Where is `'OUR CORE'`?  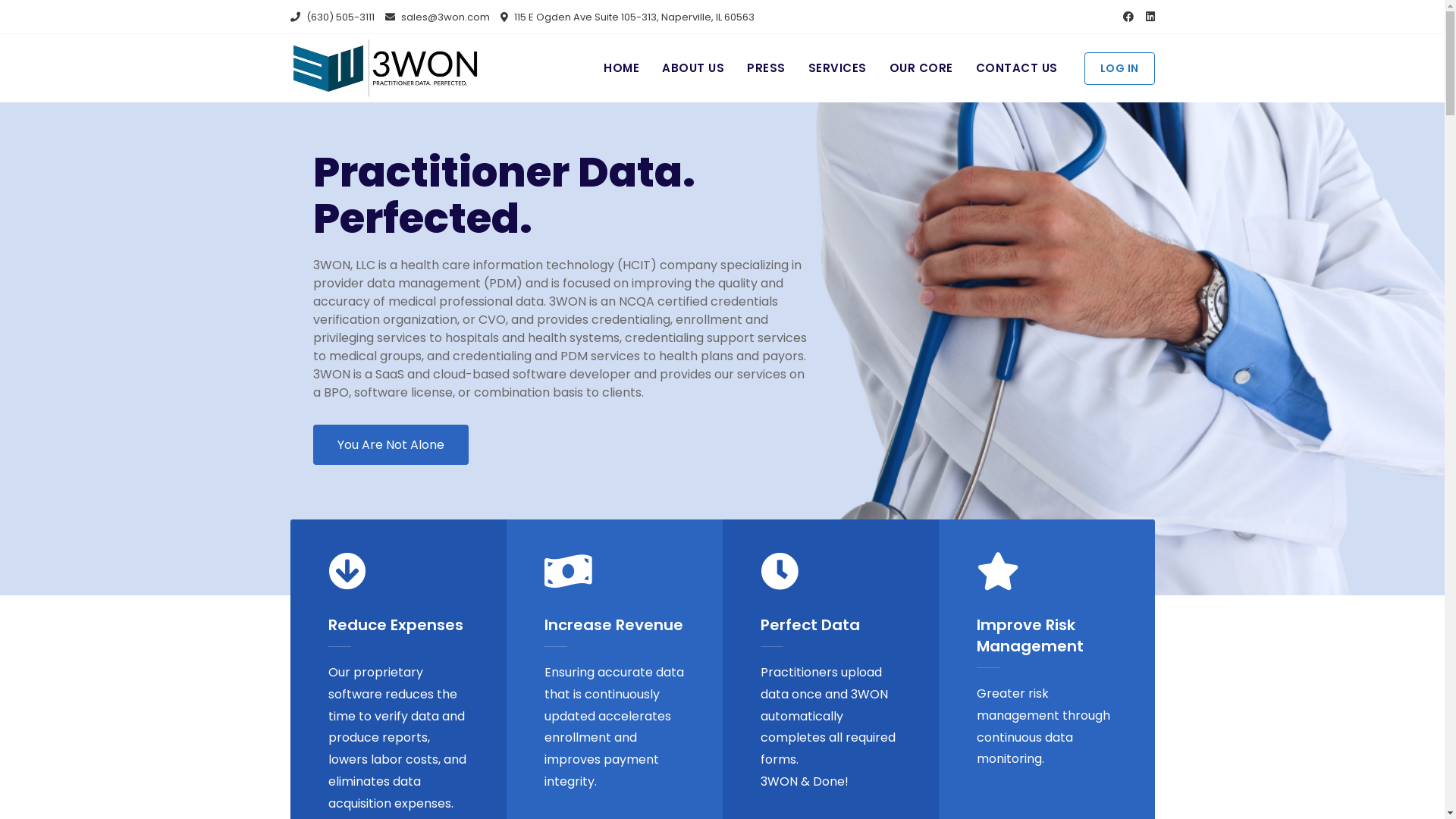
'OUR CORE' is located at coordinates (920, 68).